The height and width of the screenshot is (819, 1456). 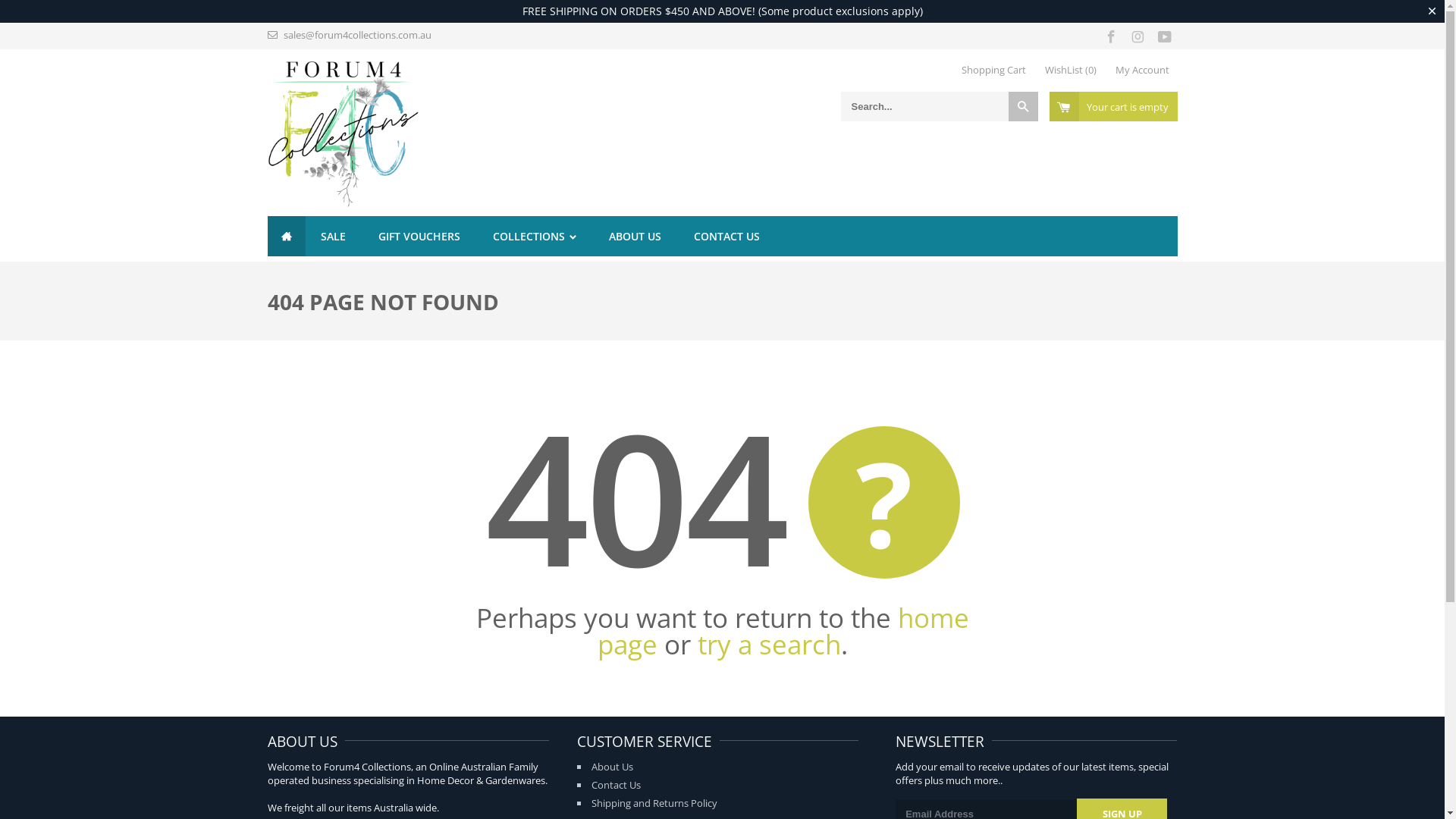 I want to click on 'WishList (0)', so click(x=1069, y=70).